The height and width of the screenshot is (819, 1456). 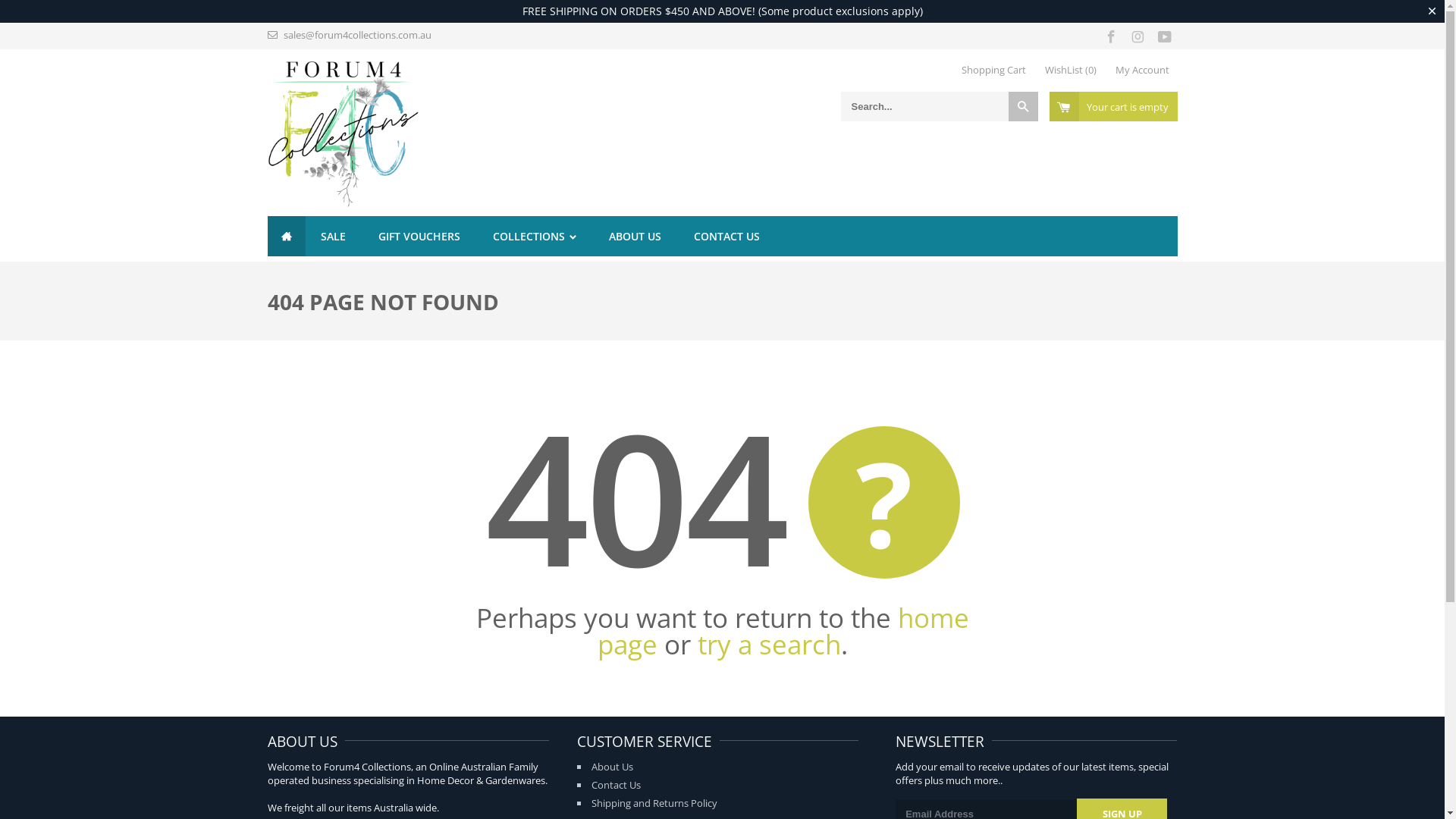 I want to click on 'WishList (0)', so click(x=1069, y=70).